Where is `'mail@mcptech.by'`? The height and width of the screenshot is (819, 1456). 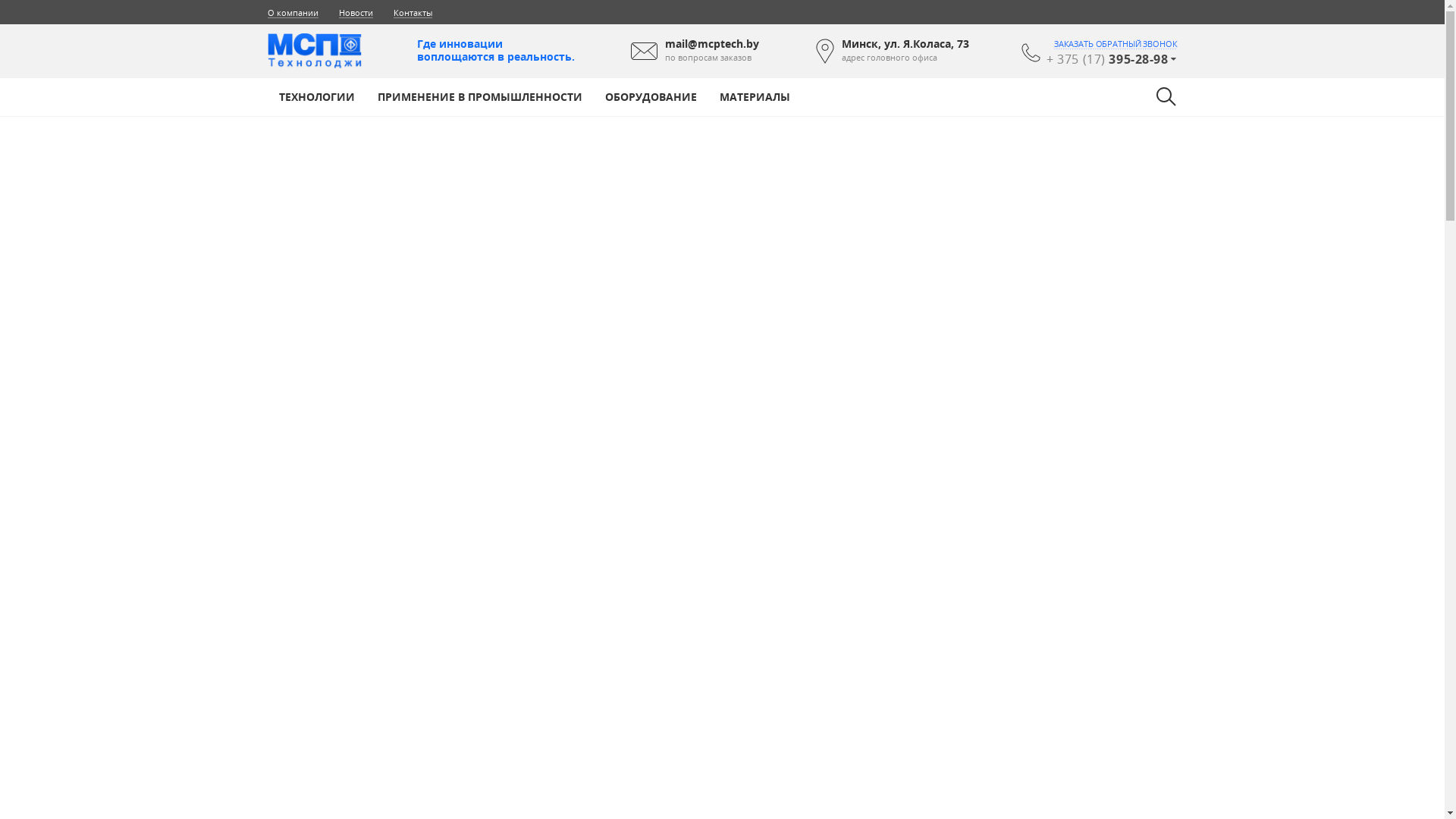
'mail@mcptech.by' is located at coordinates (711, 42).